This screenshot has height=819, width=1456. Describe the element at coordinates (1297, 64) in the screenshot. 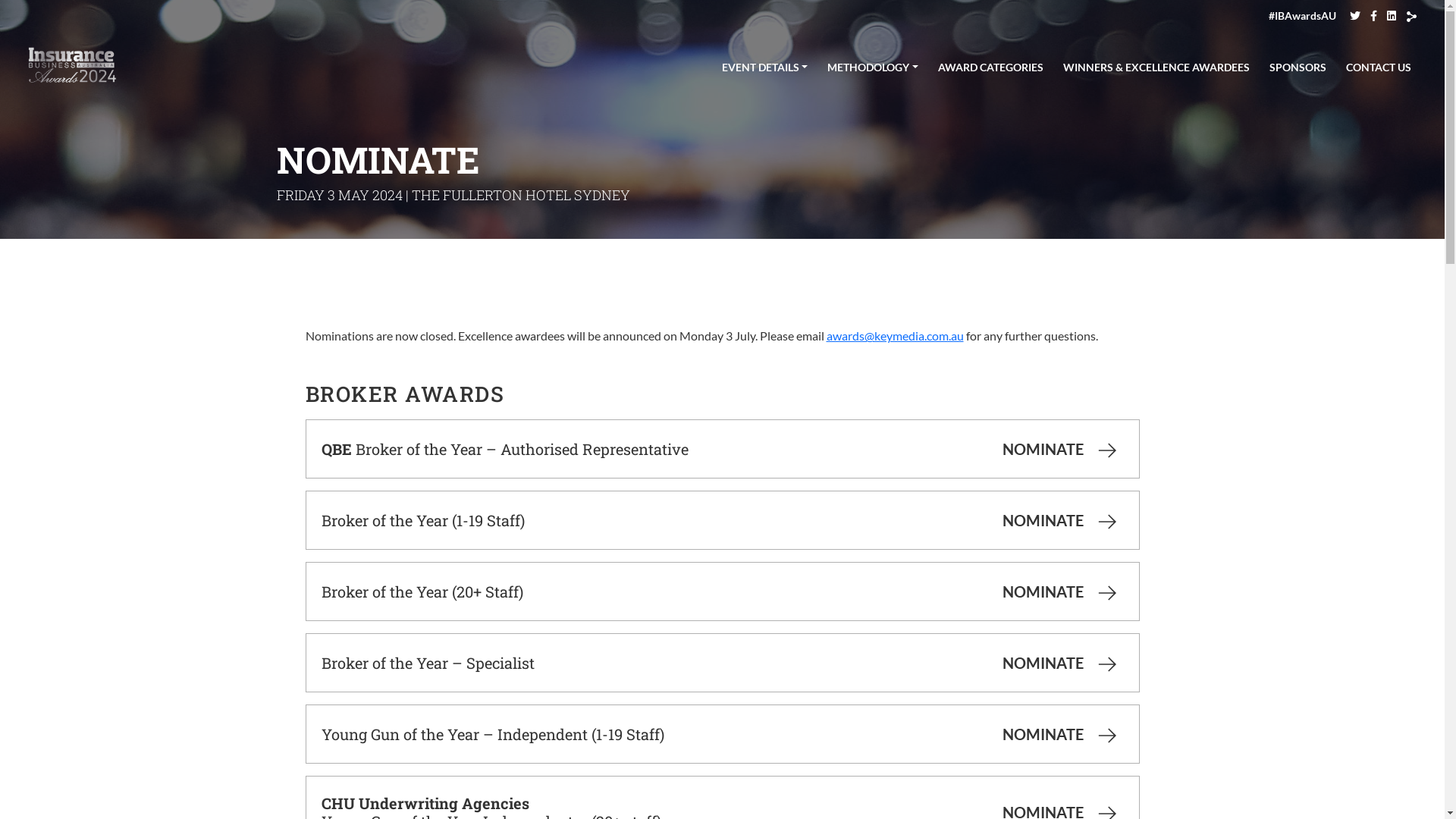

I see `'SPONSORS'` at that location.